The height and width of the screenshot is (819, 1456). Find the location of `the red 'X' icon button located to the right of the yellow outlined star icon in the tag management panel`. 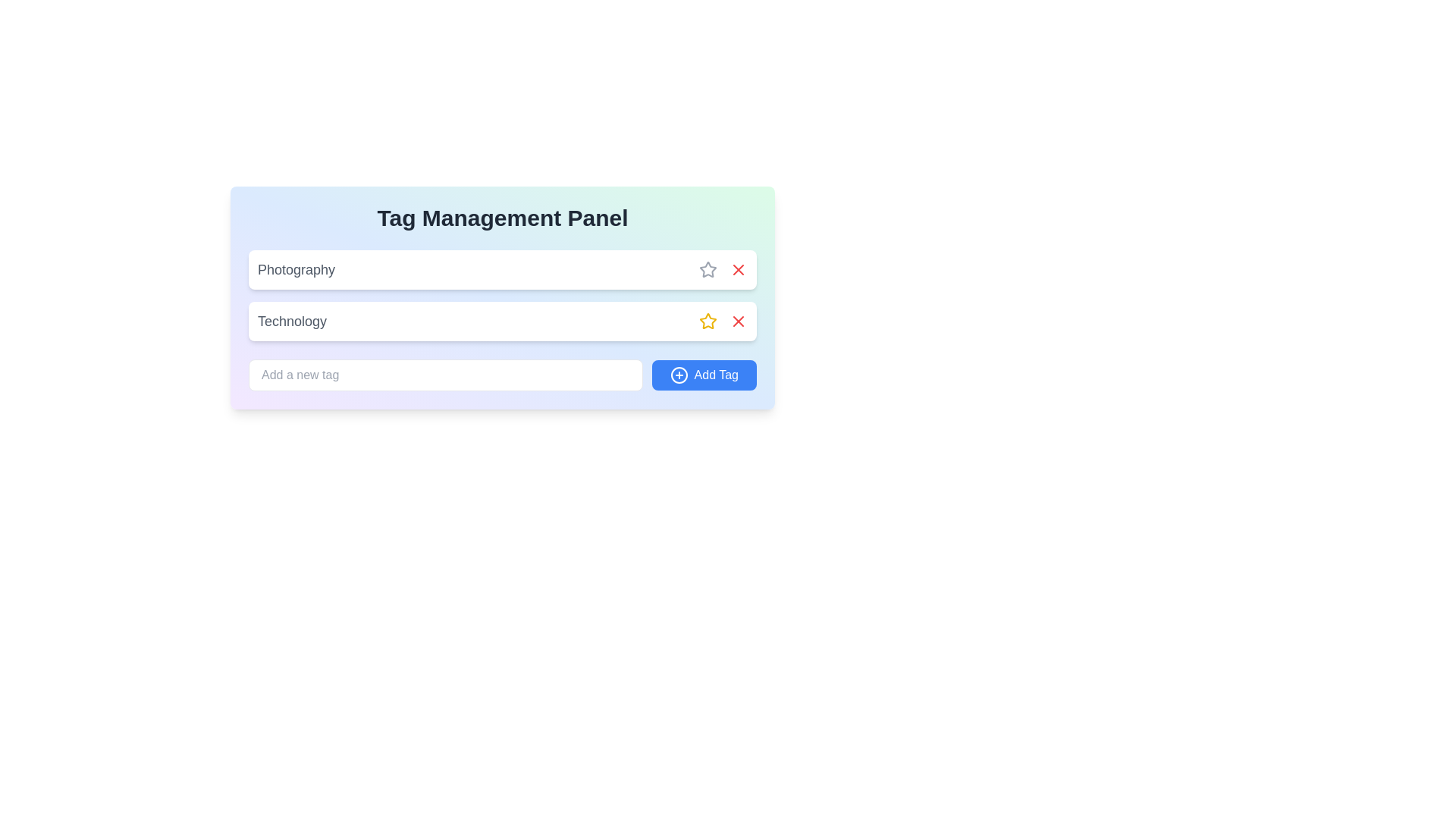

the red 'X' icon button located to the right of the yellow outlined star icon in the tag management panel is located at coordinates (723, 321).